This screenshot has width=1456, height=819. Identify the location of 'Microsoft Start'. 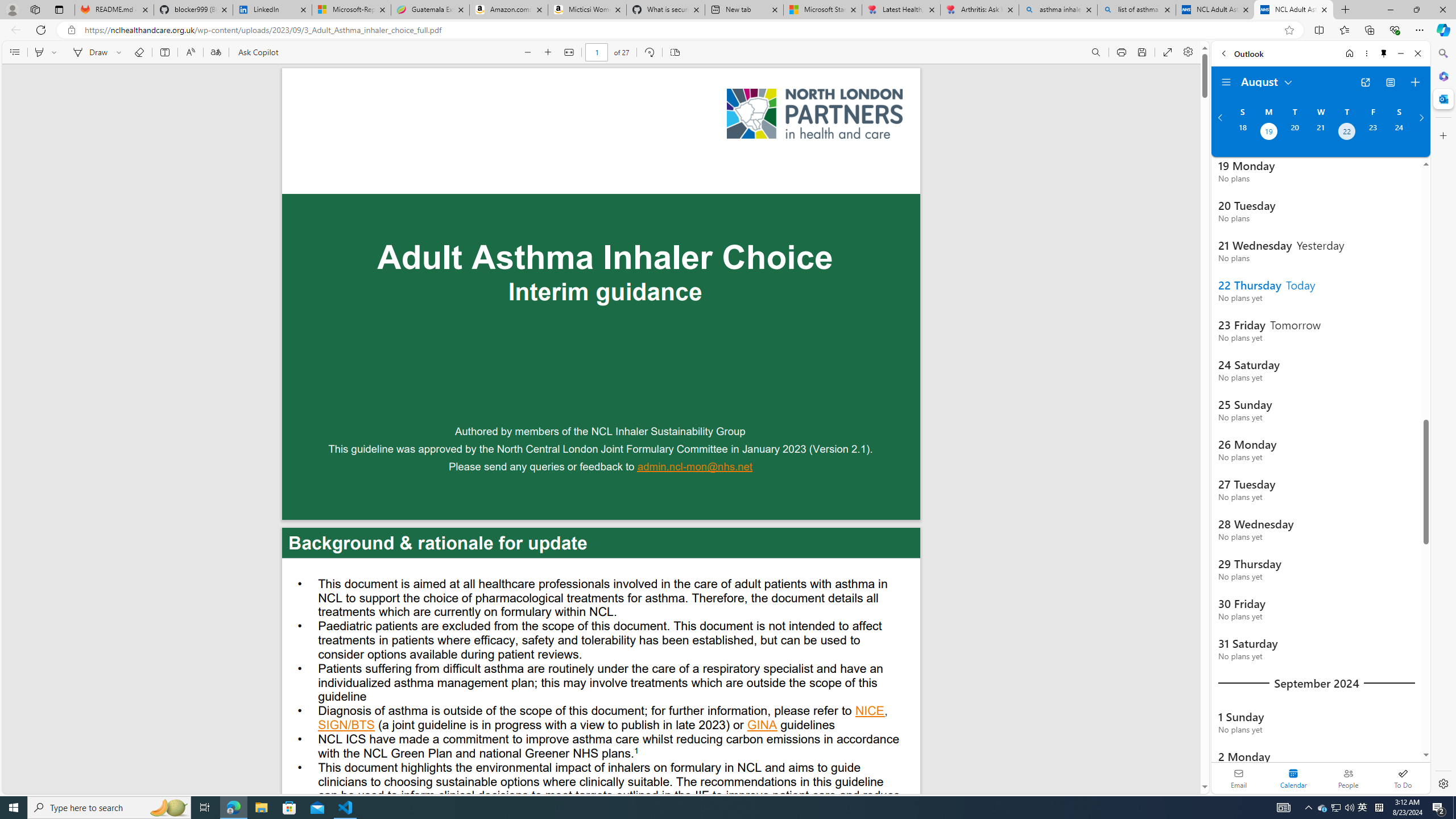
(822, 9).